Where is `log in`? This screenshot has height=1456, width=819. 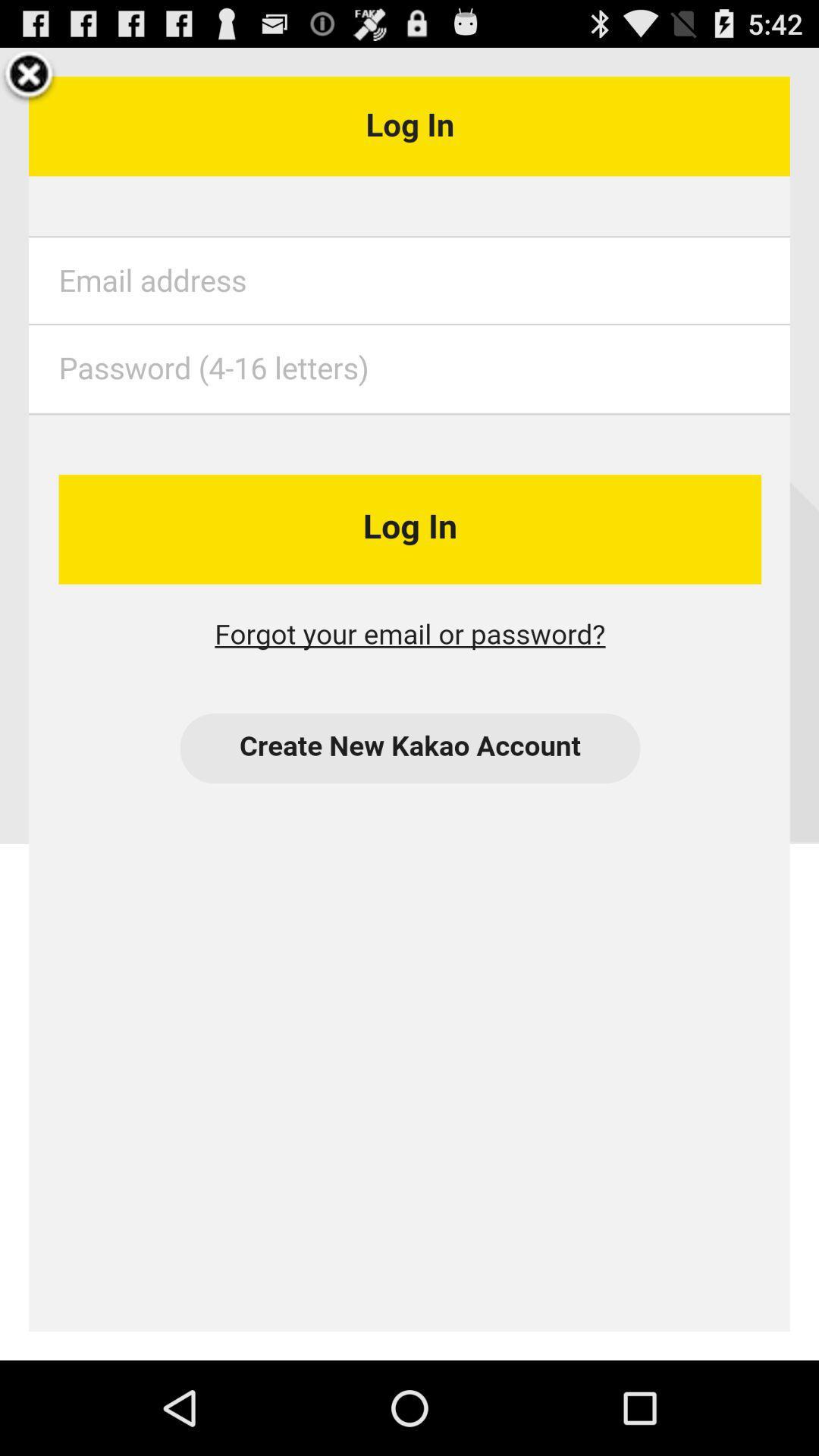
log in is located at coordinates (409, 703).